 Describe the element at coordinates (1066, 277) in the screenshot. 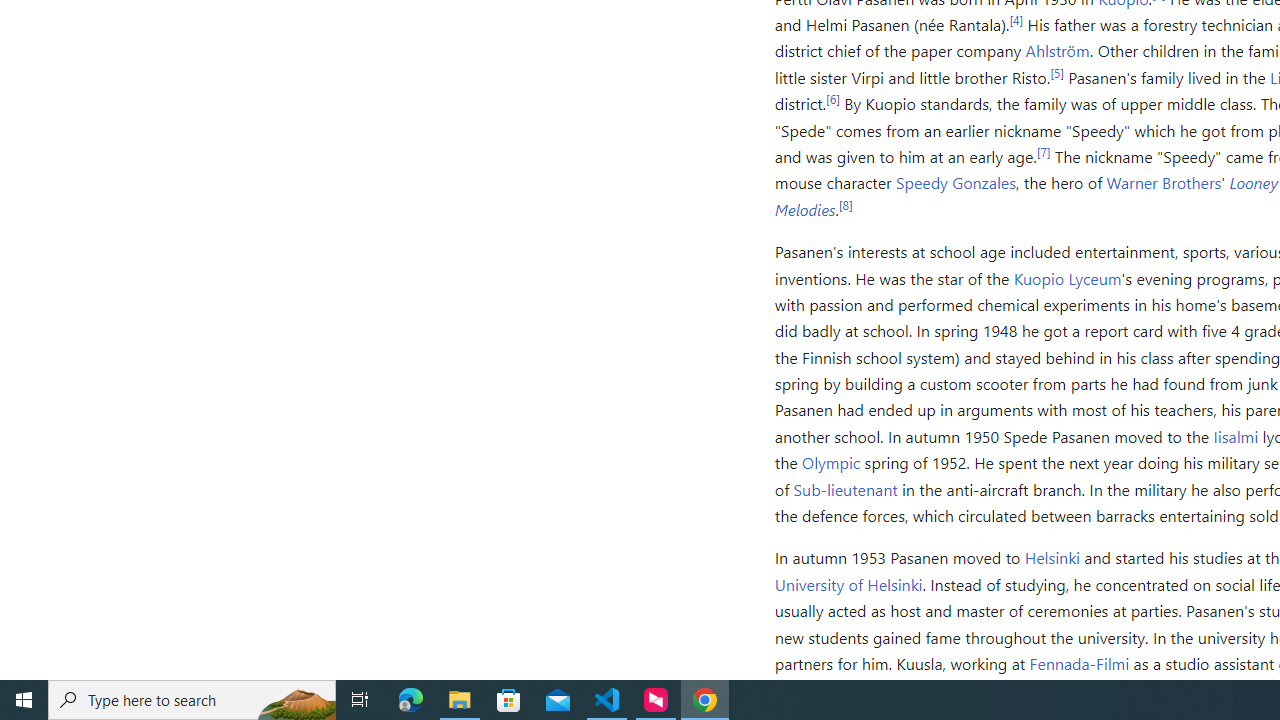

I see `'Kuopio Lyceum'` at that location.